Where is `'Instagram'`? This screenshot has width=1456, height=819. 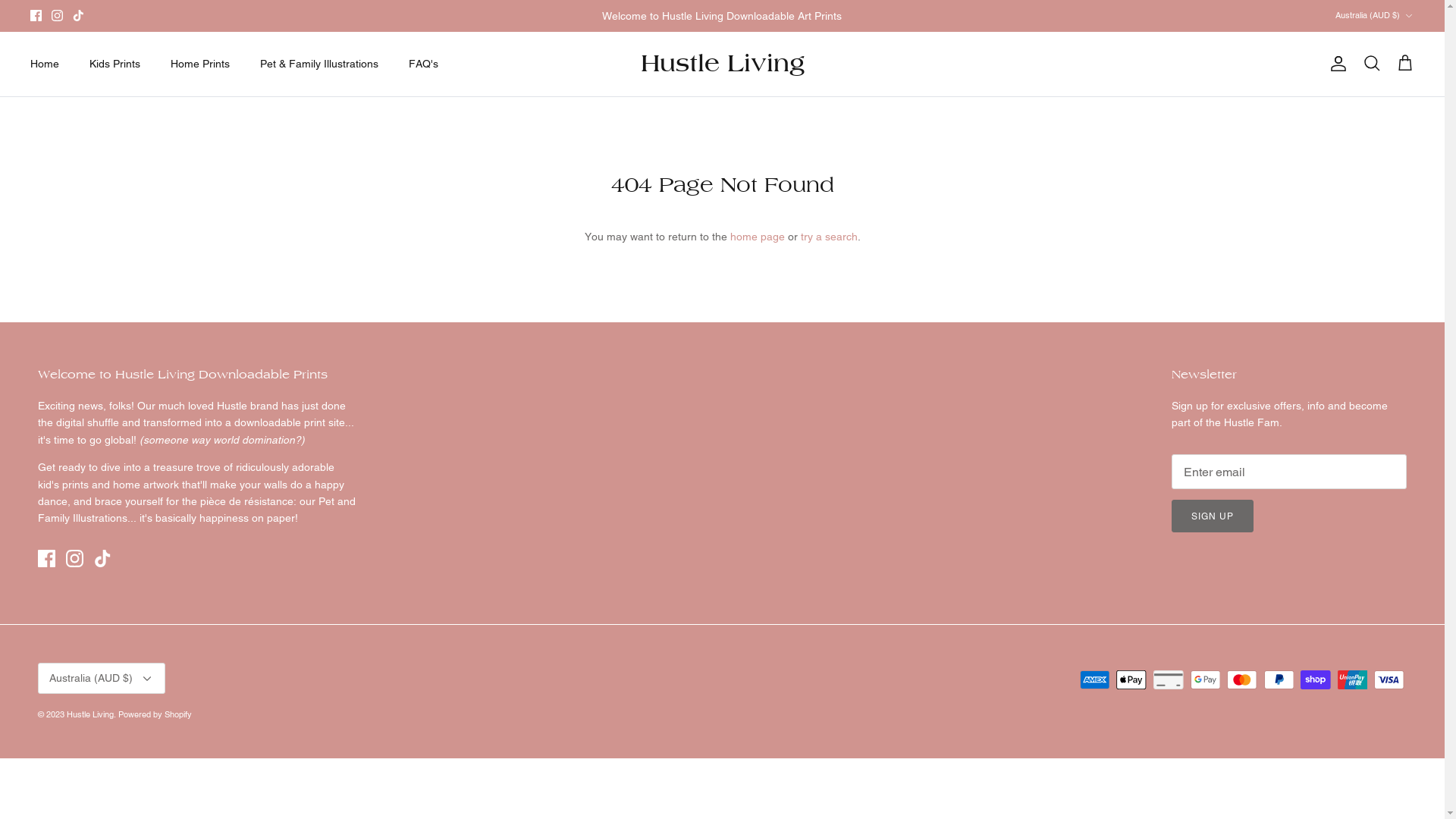
'Instagram' is located at coordinates (74, 558).